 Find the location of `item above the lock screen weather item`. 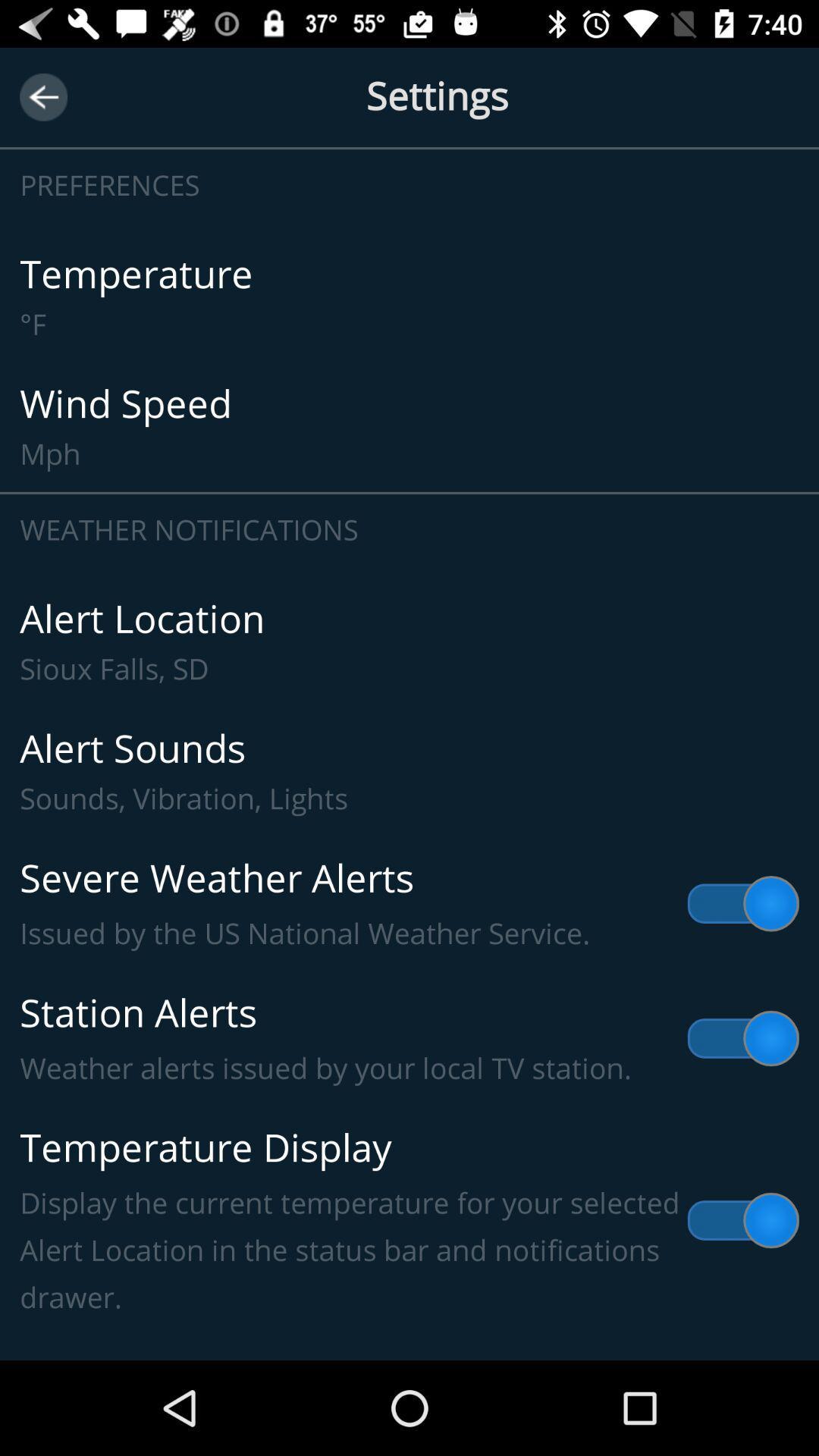

item above the lock screen weather item is located at coordinates (409, 1220).